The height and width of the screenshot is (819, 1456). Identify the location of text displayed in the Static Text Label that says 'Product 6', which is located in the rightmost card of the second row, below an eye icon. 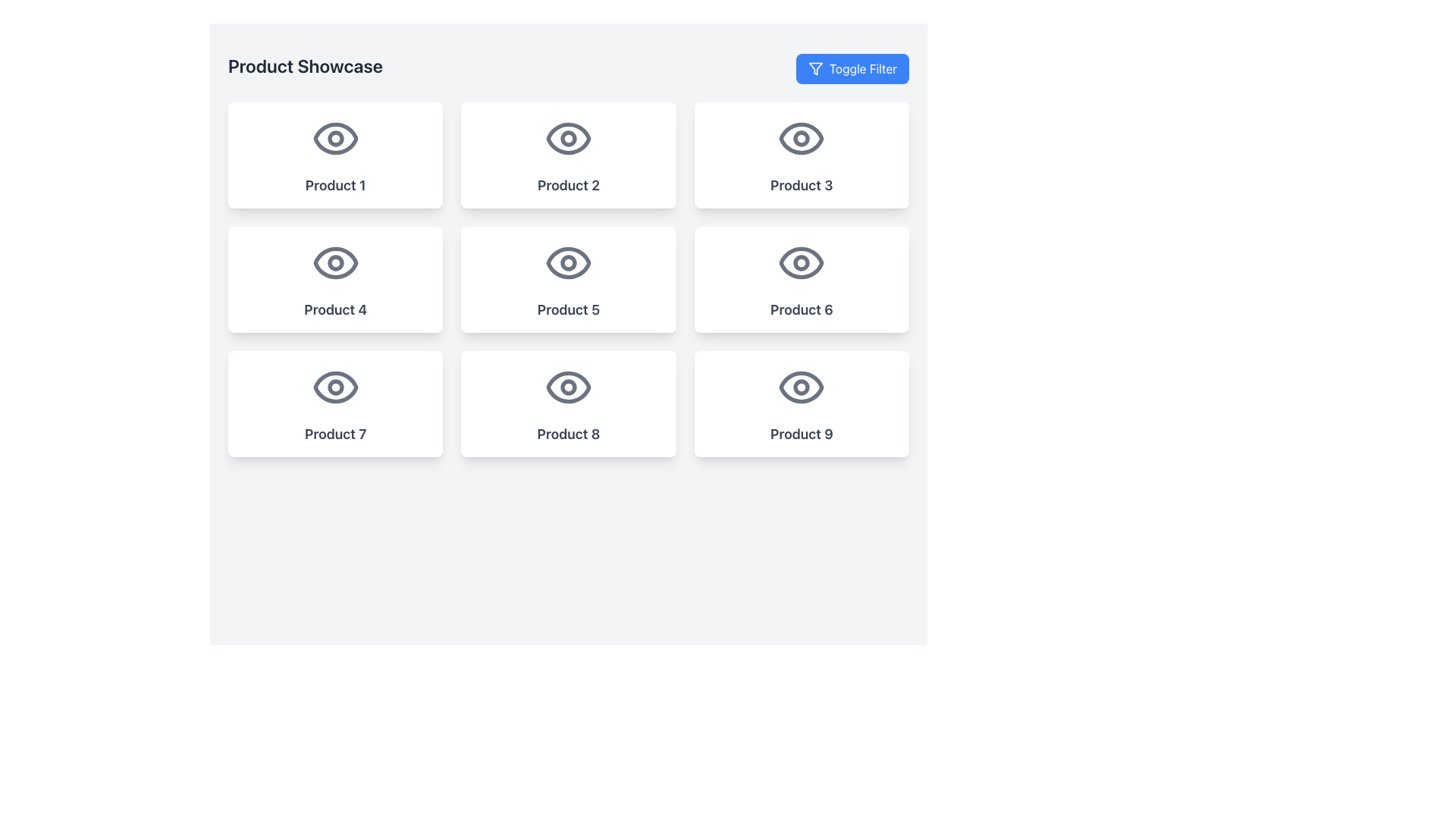
(801, 309).